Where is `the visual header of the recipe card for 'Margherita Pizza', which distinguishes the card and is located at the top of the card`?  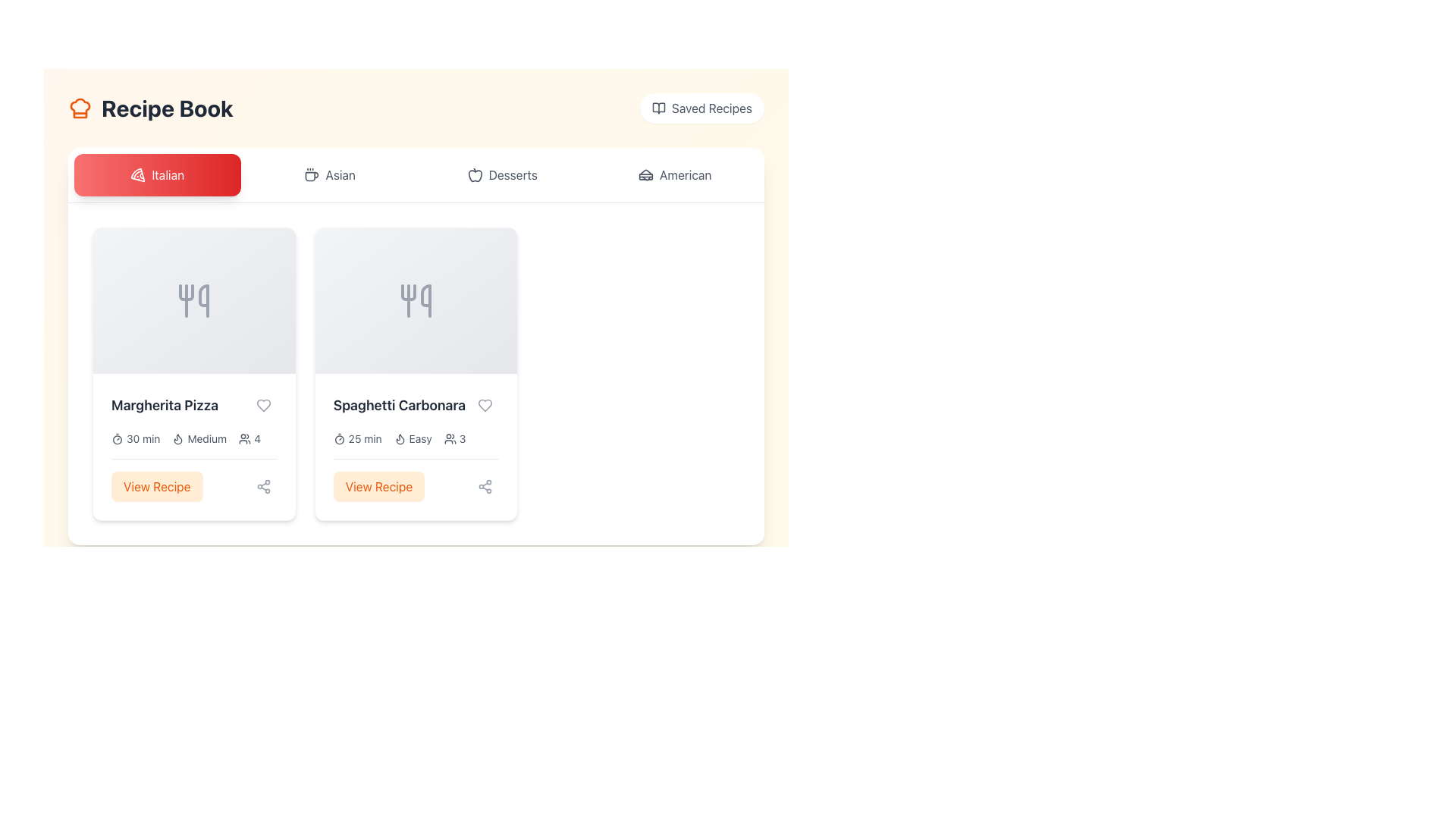
the visual header of the recipe card for 'Margherita Pizza', which distinguishes the card and is located at the top of the card is located at coordinates (193, 301).